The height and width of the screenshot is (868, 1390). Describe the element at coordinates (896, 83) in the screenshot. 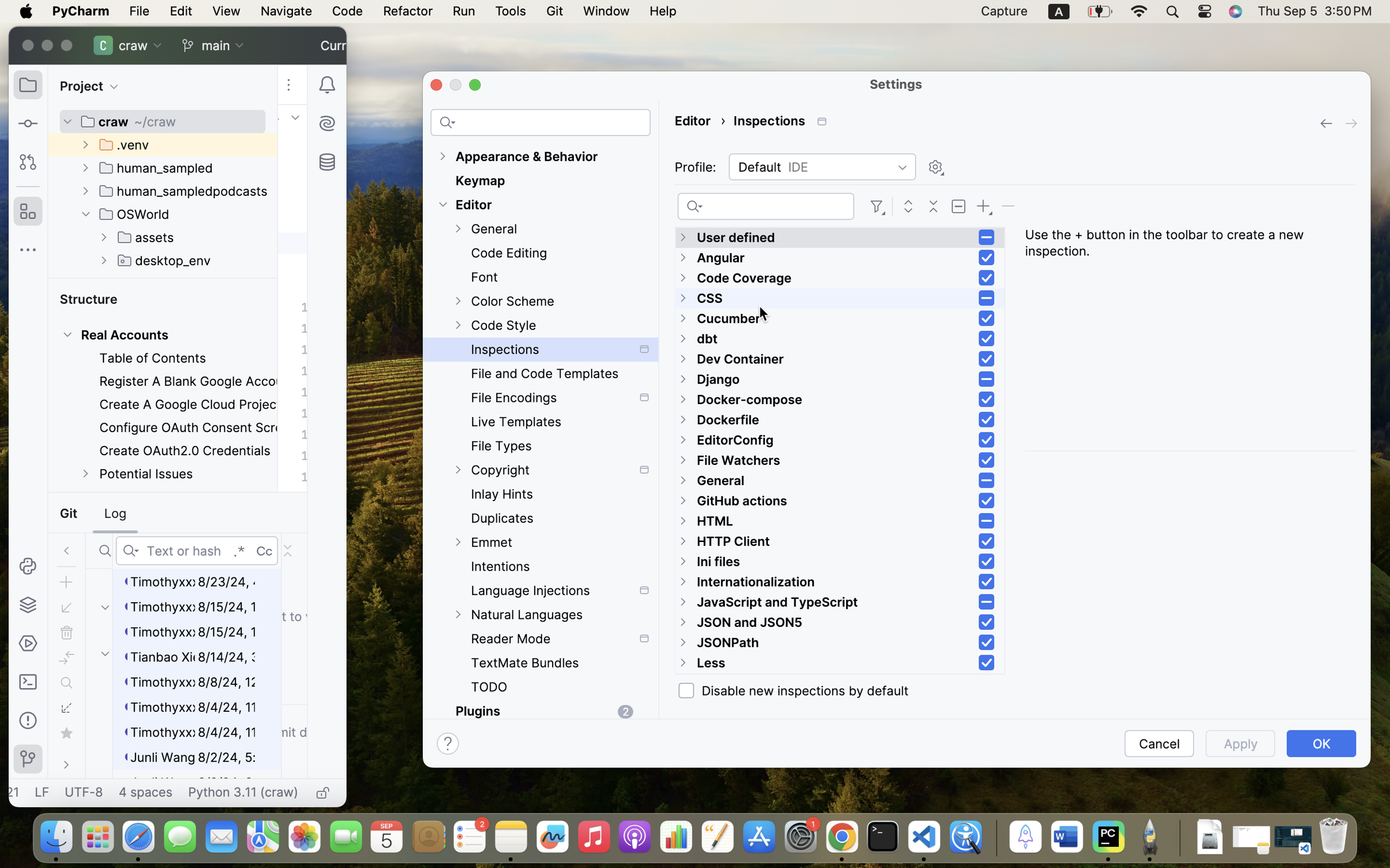

I see `'Settings'` at that location.